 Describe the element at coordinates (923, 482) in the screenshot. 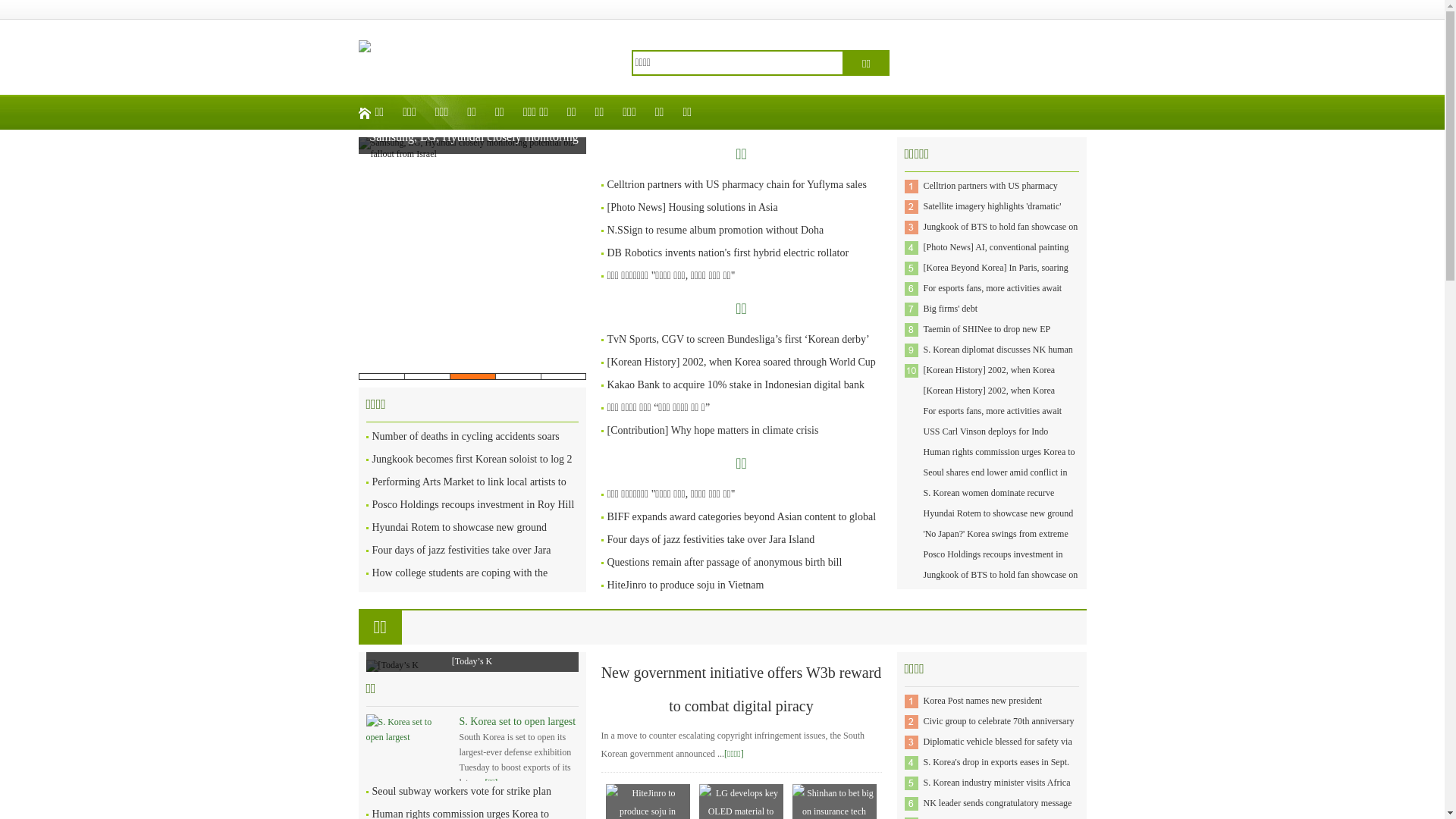

I see `'Seoul shares end lower amid conflict in Middle East'` at that location.